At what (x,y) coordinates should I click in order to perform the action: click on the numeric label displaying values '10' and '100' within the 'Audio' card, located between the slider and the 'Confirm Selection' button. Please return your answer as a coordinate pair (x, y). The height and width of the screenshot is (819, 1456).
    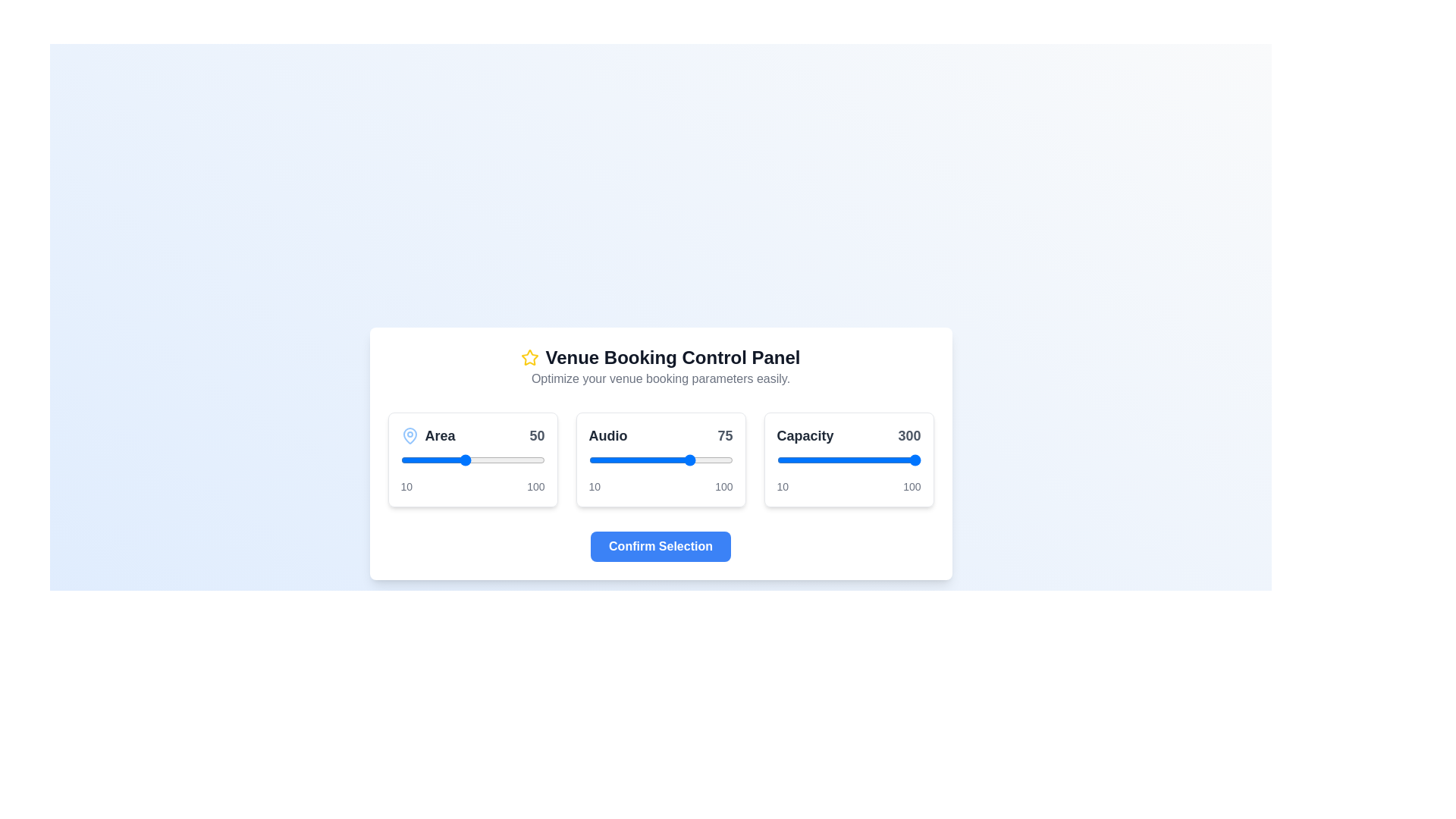
    Looking at the image, I should click on (661, 486).